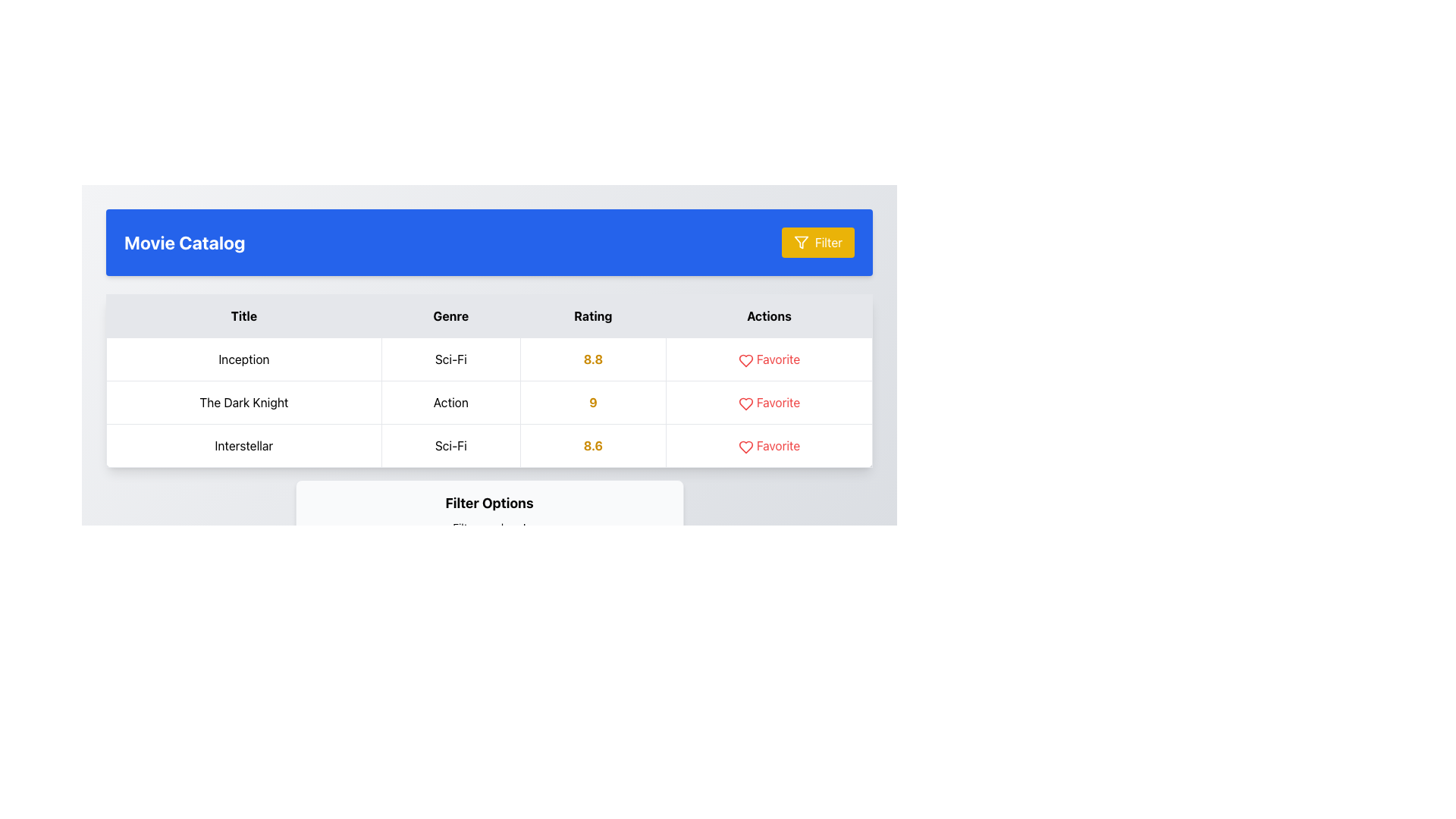  I want to click on the 'Sci-Fi' text label located under the 'Genre' column for the 'Inception' row in the table layout, so click(450, 359).